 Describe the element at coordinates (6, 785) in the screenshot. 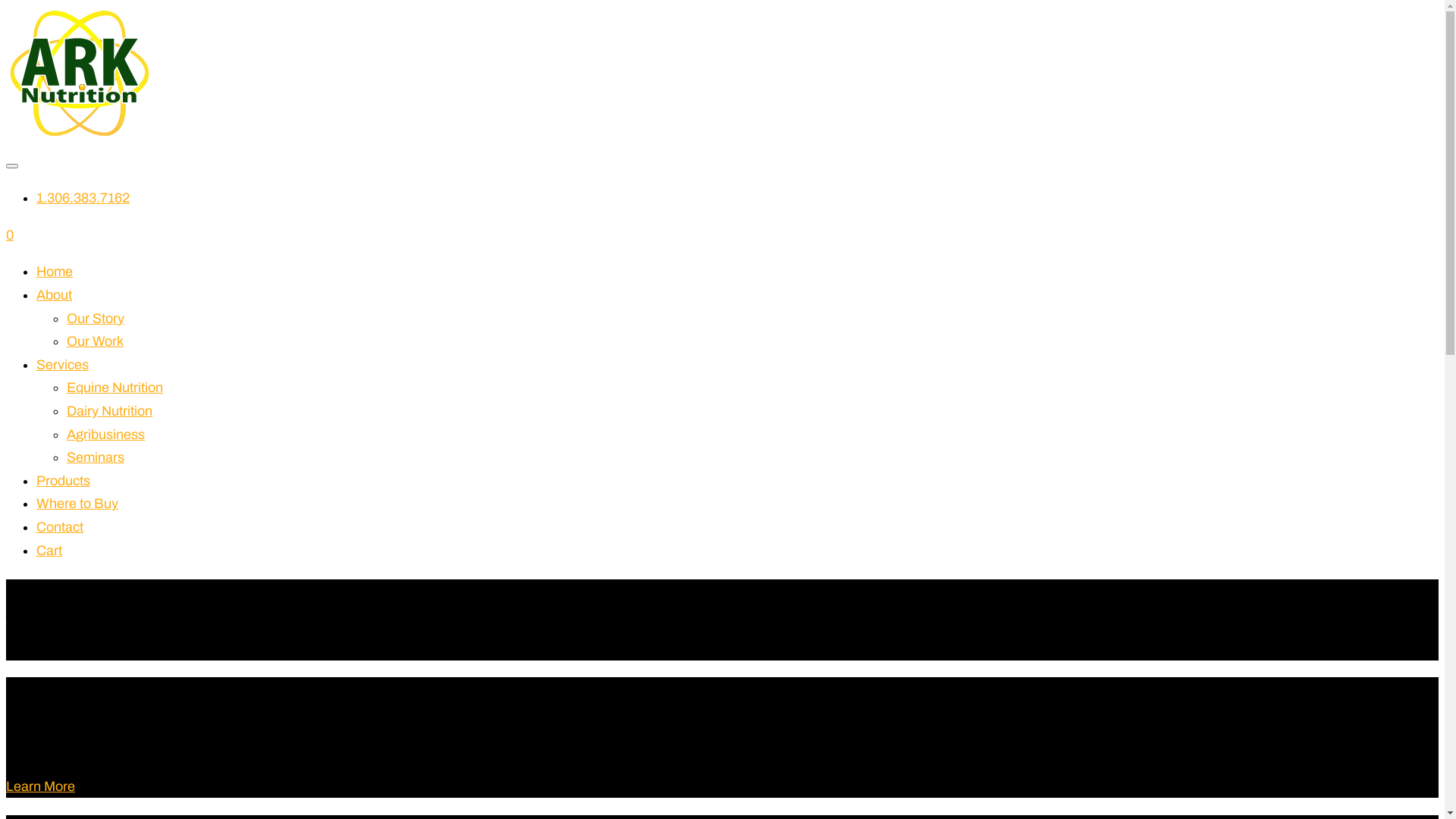

I see `'Learn More'` at that location.